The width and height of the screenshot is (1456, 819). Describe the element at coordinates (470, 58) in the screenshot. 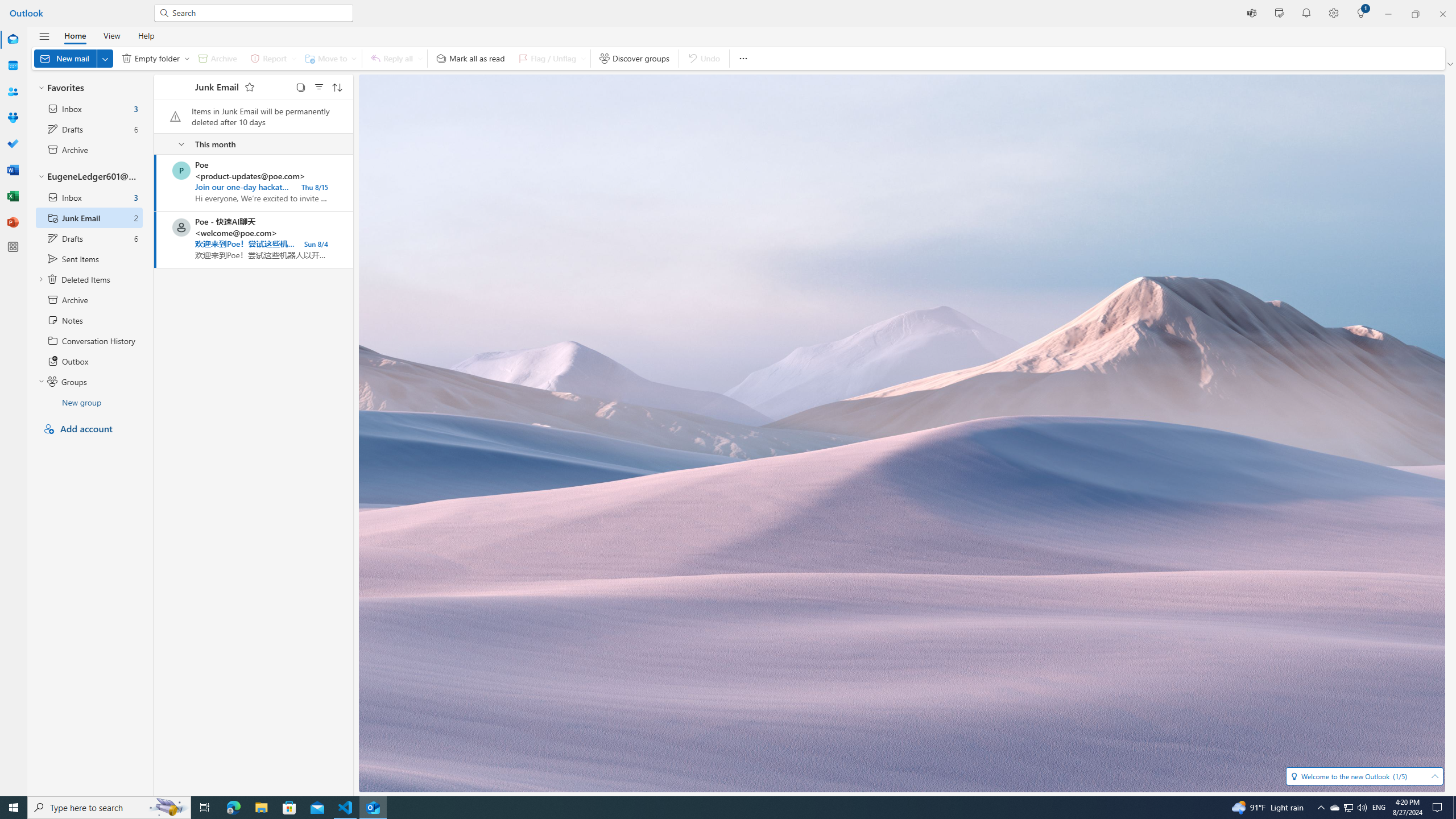

I see `'Mark all as read'` at that location.